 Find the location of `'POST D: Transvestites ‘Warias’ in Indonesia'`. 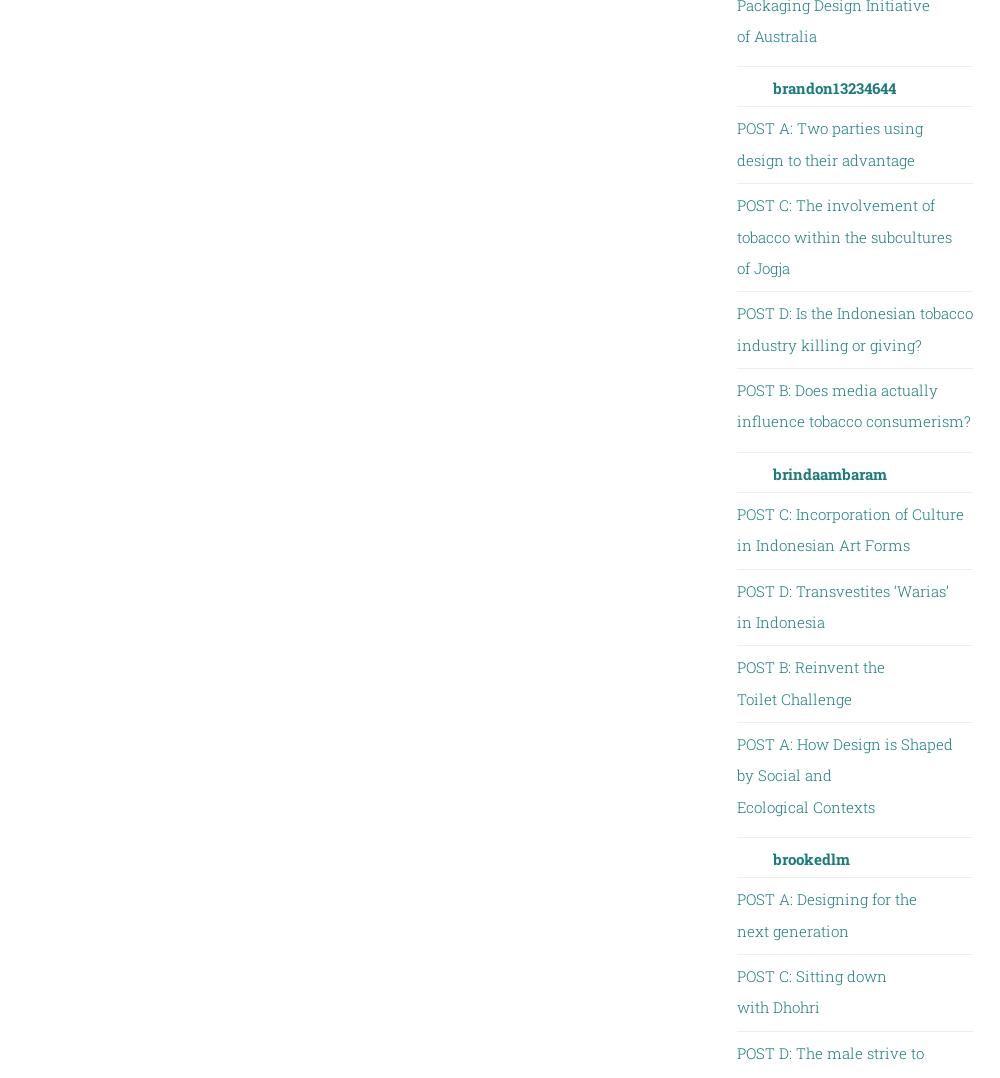

'POST D: Transvestites ‘Warias’ in Indonesia' is located at coordinates (841, 605).